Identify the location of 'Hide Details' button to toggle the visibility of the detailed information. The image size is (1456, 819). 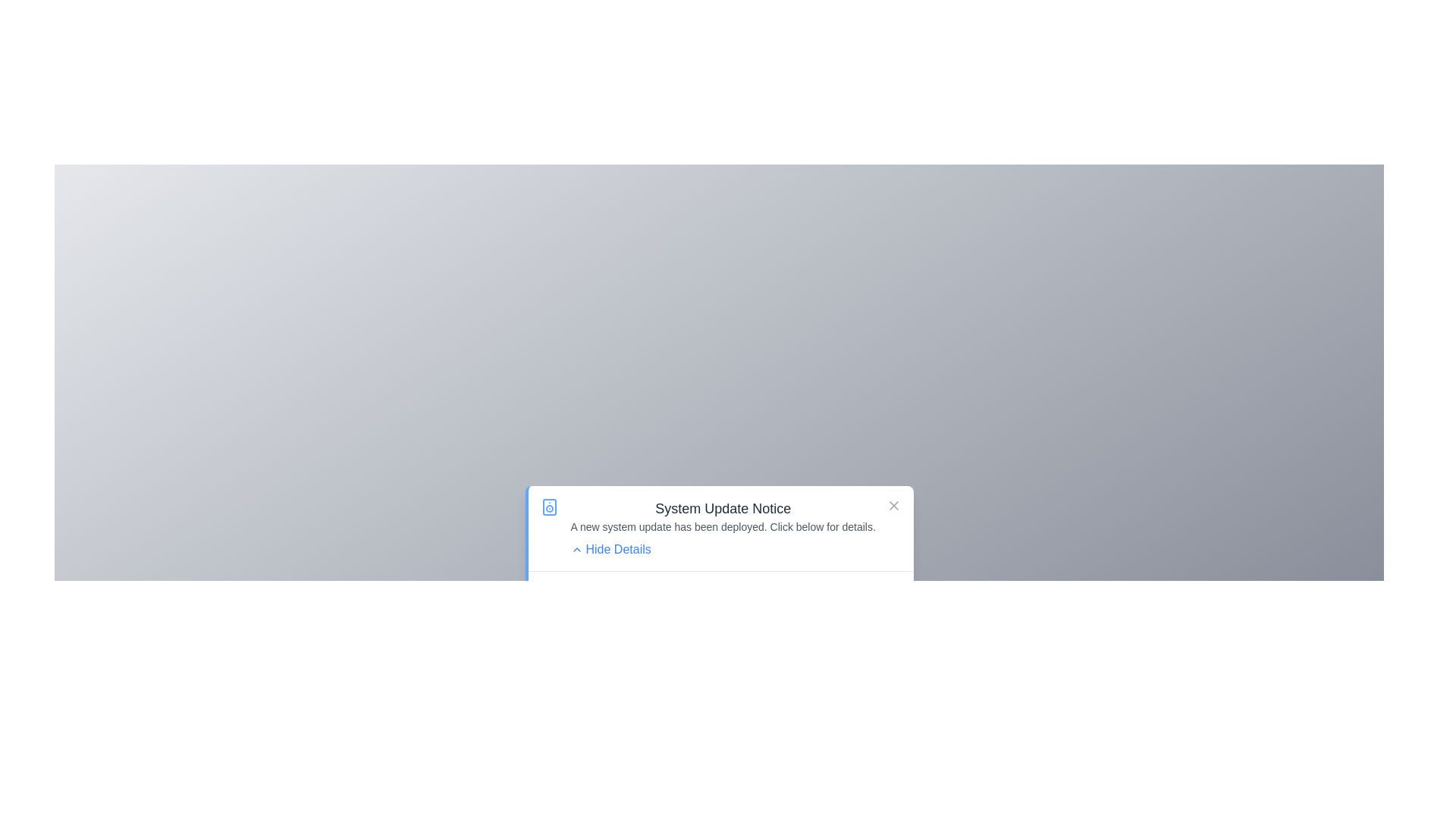
(610, 549).